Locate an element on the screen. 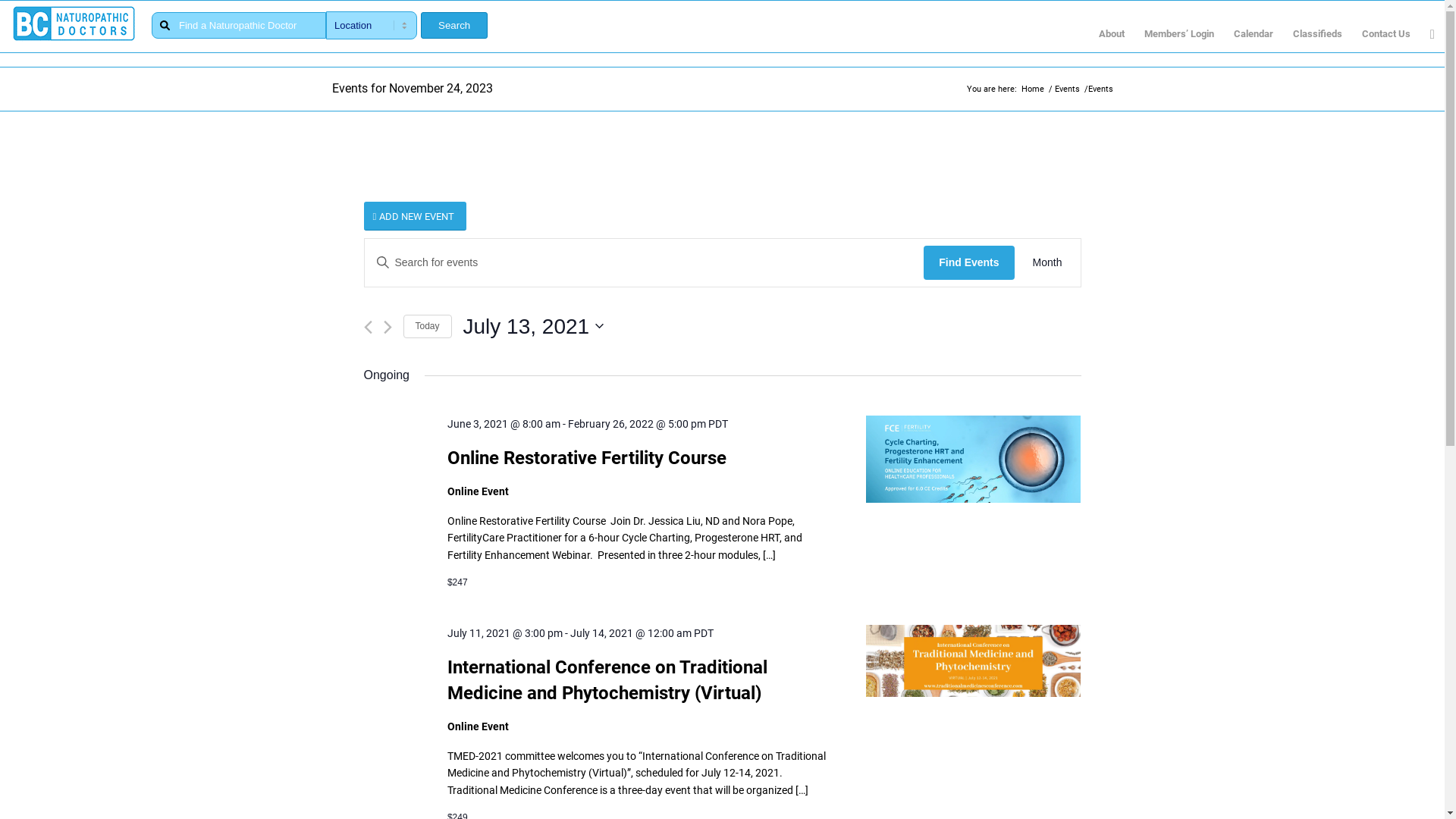 The width and height of the screenshot is (1456, 819). 'About' is located at coordinates (1111, 34).